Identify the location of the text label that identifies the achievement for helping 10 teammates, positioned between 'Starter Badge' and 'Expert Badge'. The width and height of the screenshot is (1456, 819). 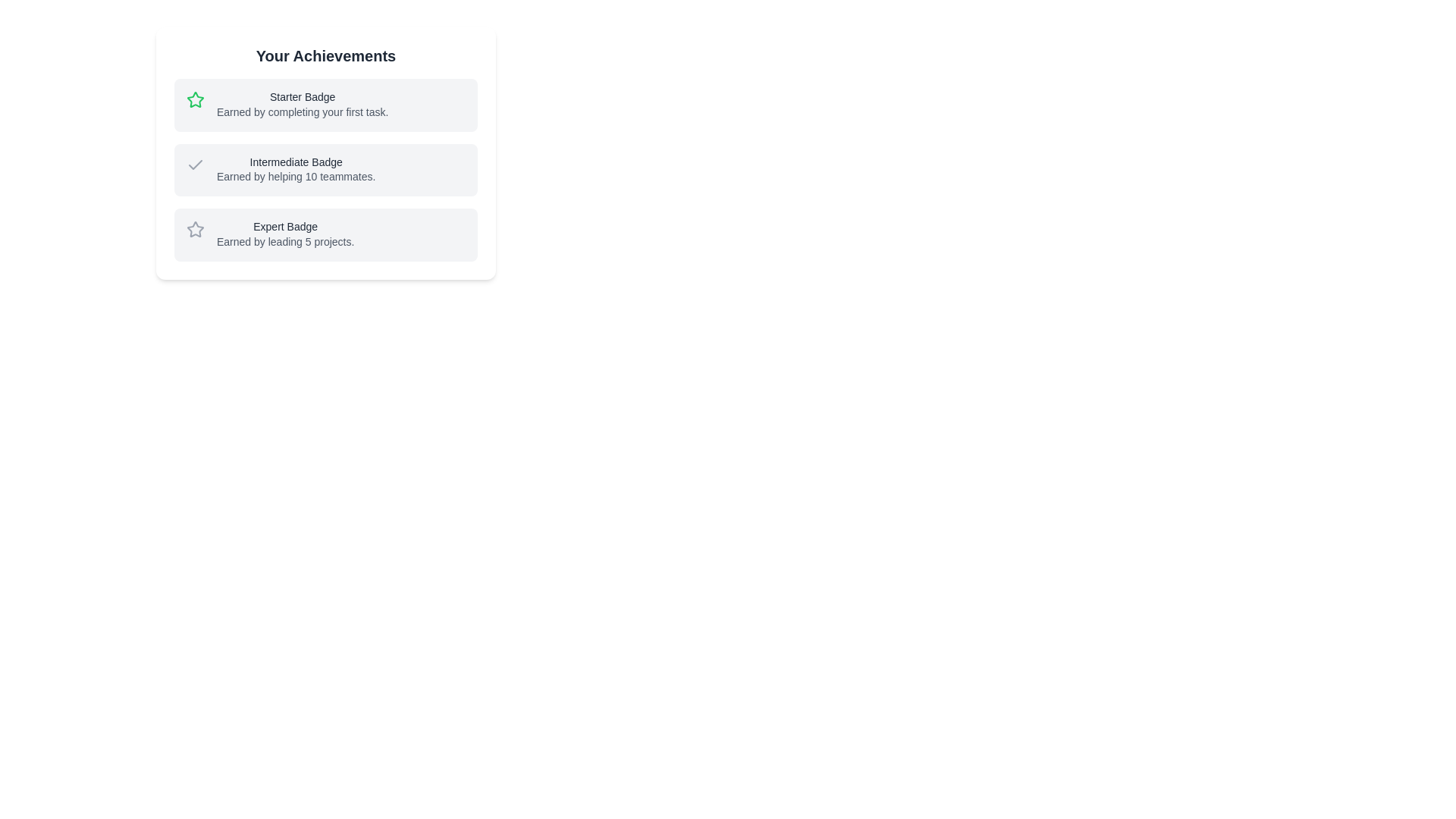
(296, 162).